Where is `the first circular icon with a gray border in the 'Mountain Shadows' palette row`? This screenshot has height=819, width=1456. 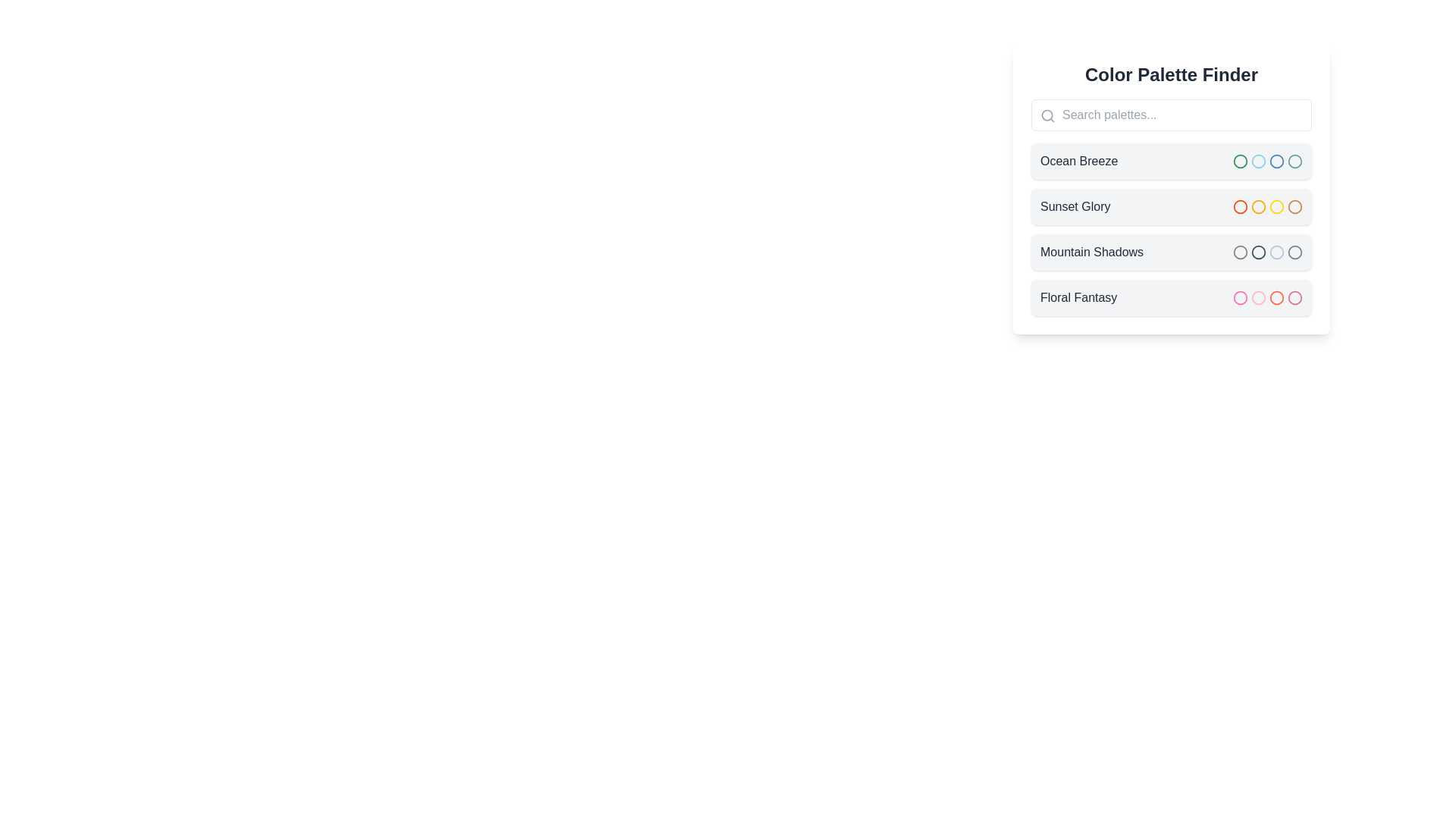 the first circular icon with a gray border in the 'Mountain Shadows' palette row is located at coordinates (1241, 251).